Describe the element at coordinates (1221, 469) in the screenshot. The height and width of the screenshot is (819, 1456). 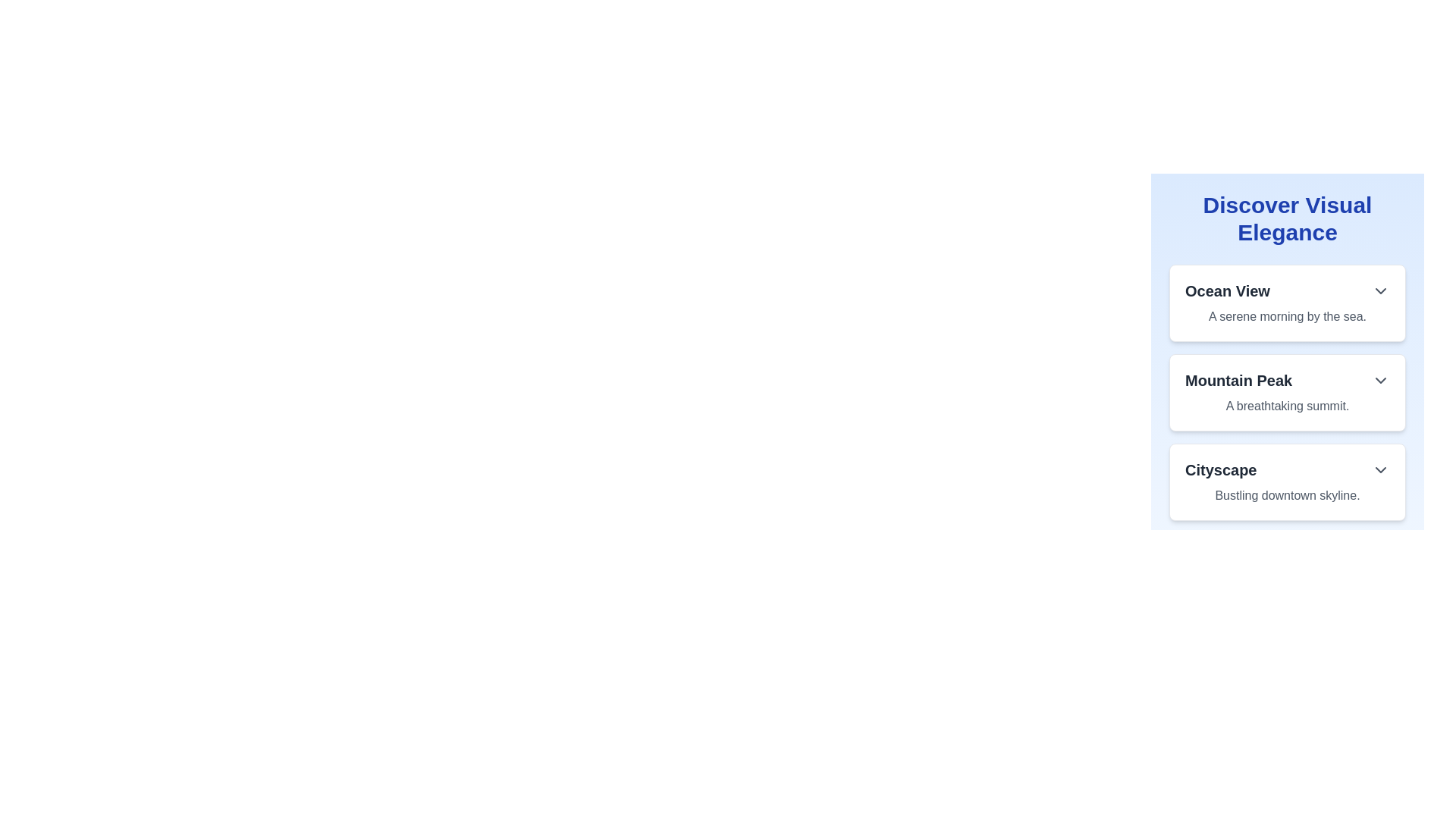
I see `the 'Cityscape' text label which is styled in bold, large dark gray font, located as the title of the third entry in the vertical list on the right side of the interface` at that location.